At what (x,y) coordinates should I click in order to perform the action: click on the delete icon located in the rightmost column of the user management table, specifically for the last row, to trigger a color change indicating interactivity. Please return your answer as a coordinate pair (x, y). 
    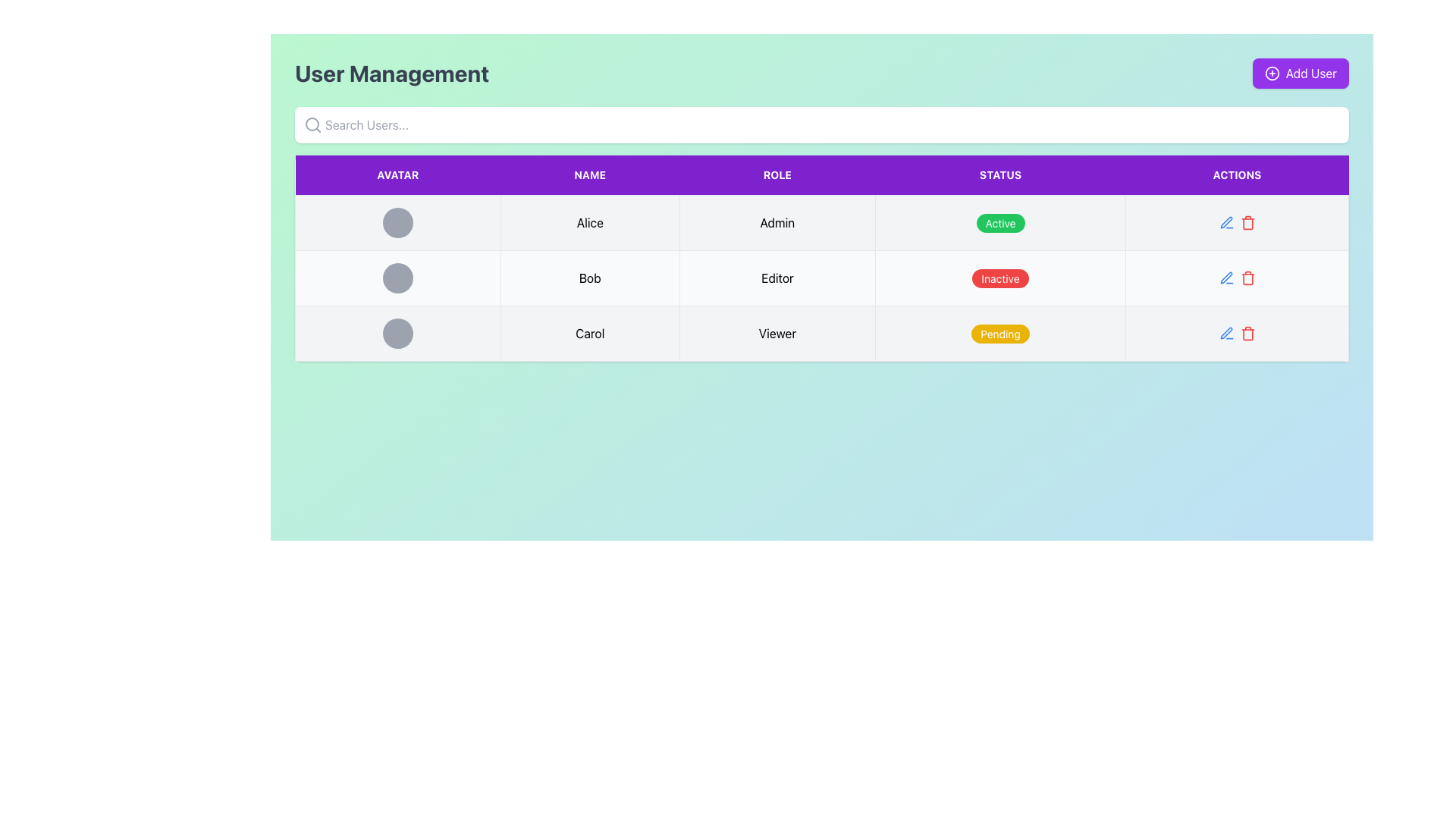
    Looking at the image, I should click on (1247, 332).